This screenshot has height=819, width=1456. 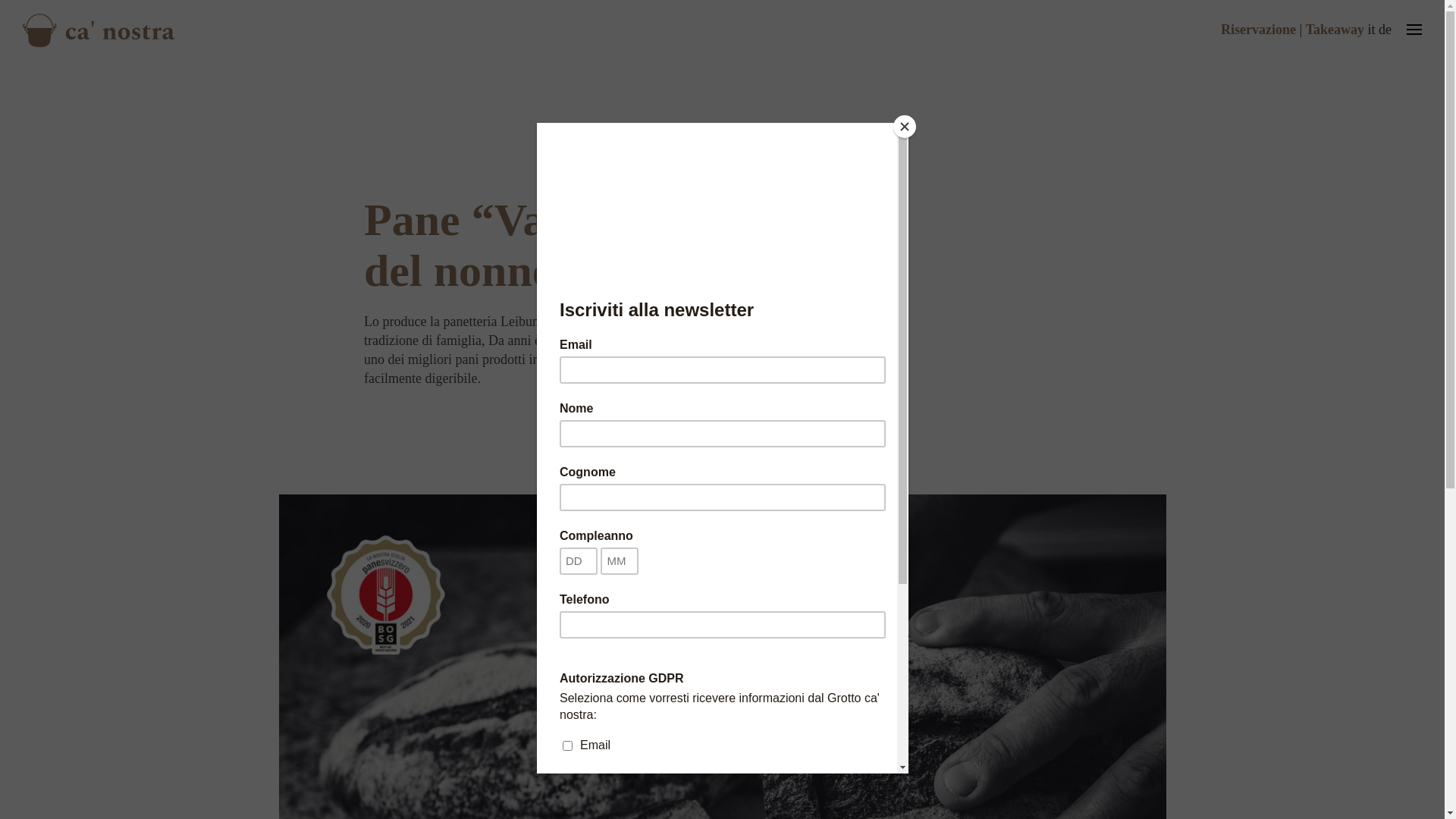 I want to click on 'it', so click(x=1371, y=29).